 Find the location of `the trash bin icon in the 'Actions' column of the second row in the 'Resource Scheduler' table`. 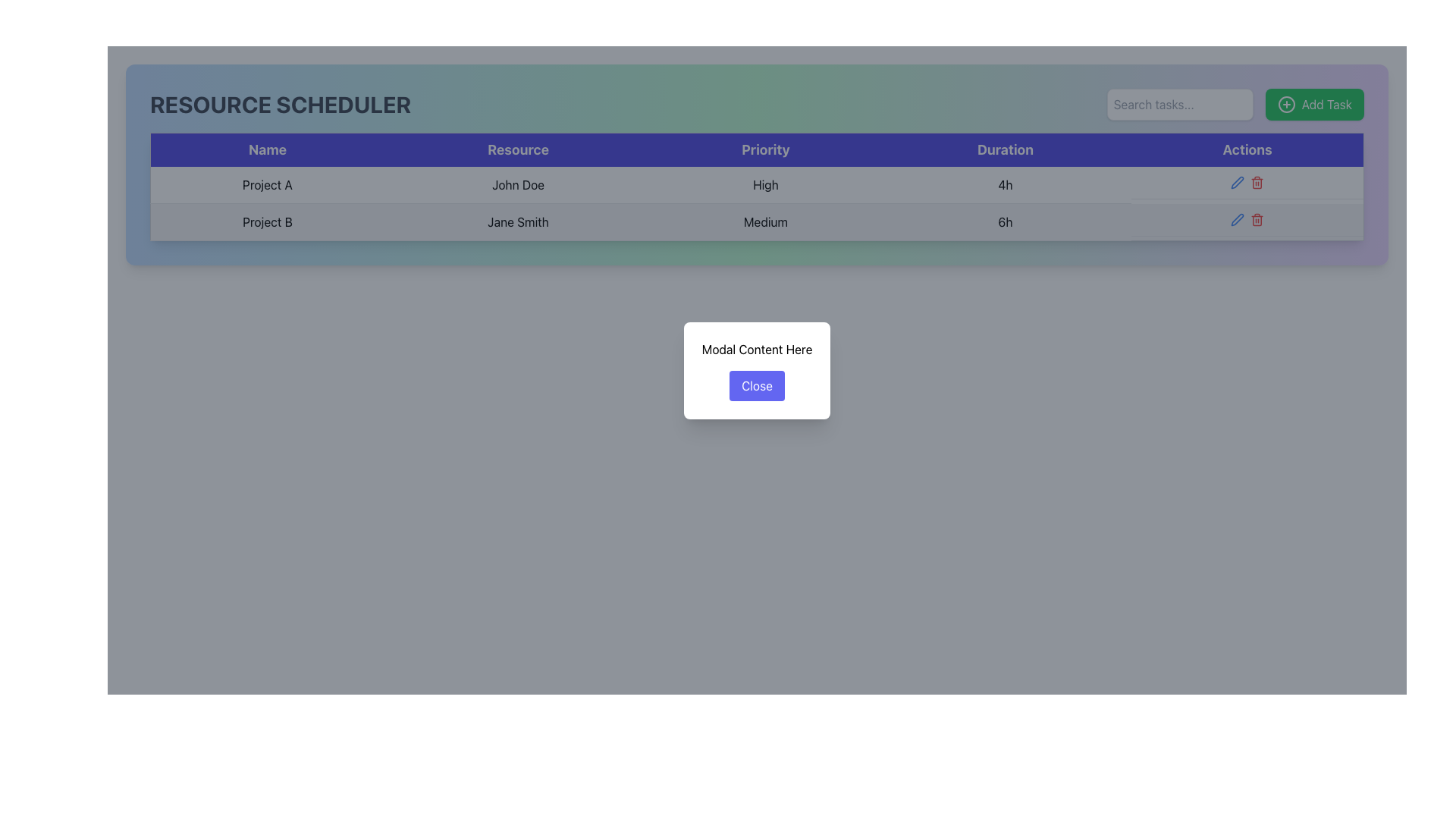

the trash bin icon in the 'Actions' column of the second row in the 'Resource Scheduler' table is located at coordinates (1257, 220).